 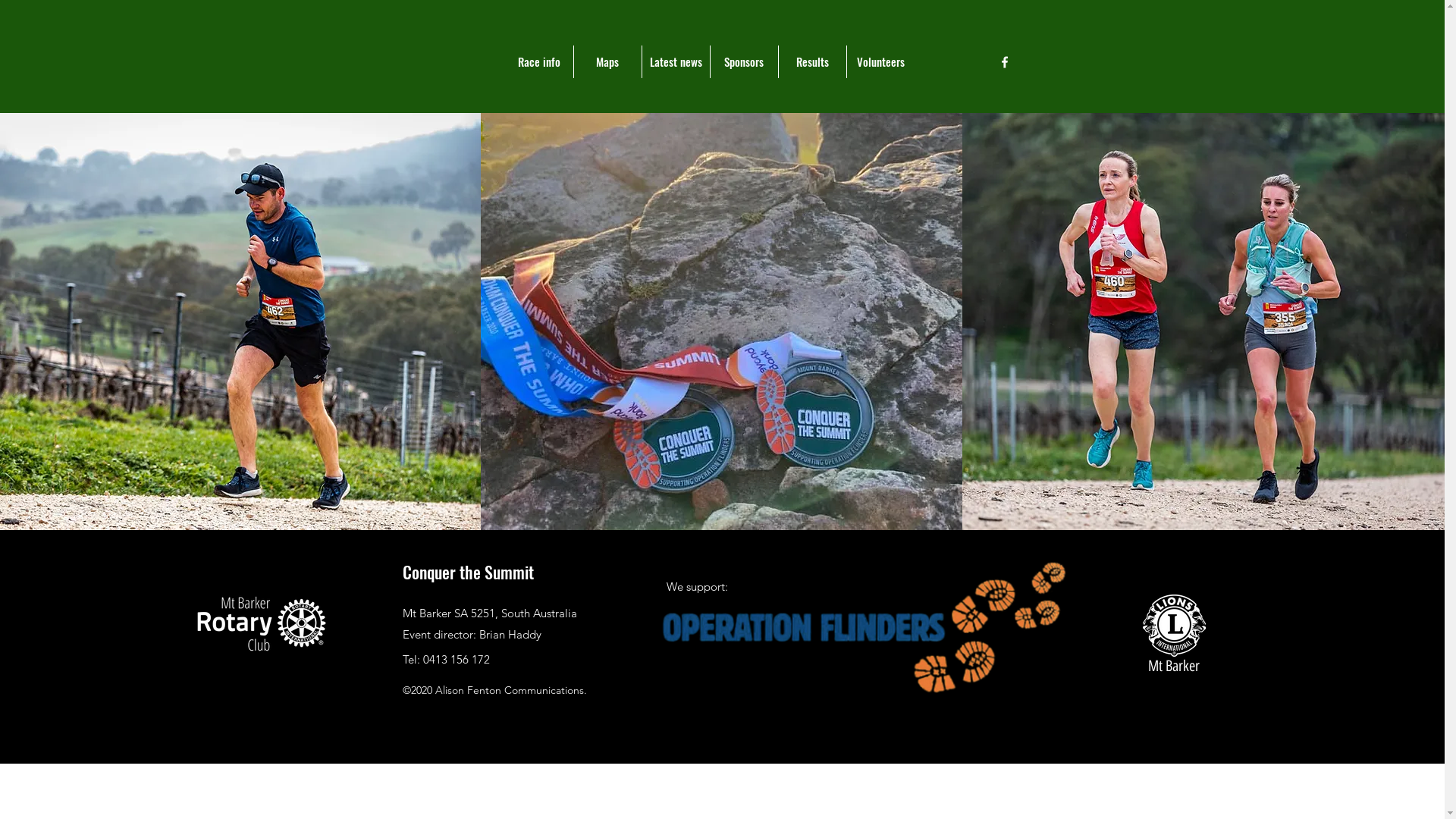 I want to click on 'Race info', so click(x=538, y=61).